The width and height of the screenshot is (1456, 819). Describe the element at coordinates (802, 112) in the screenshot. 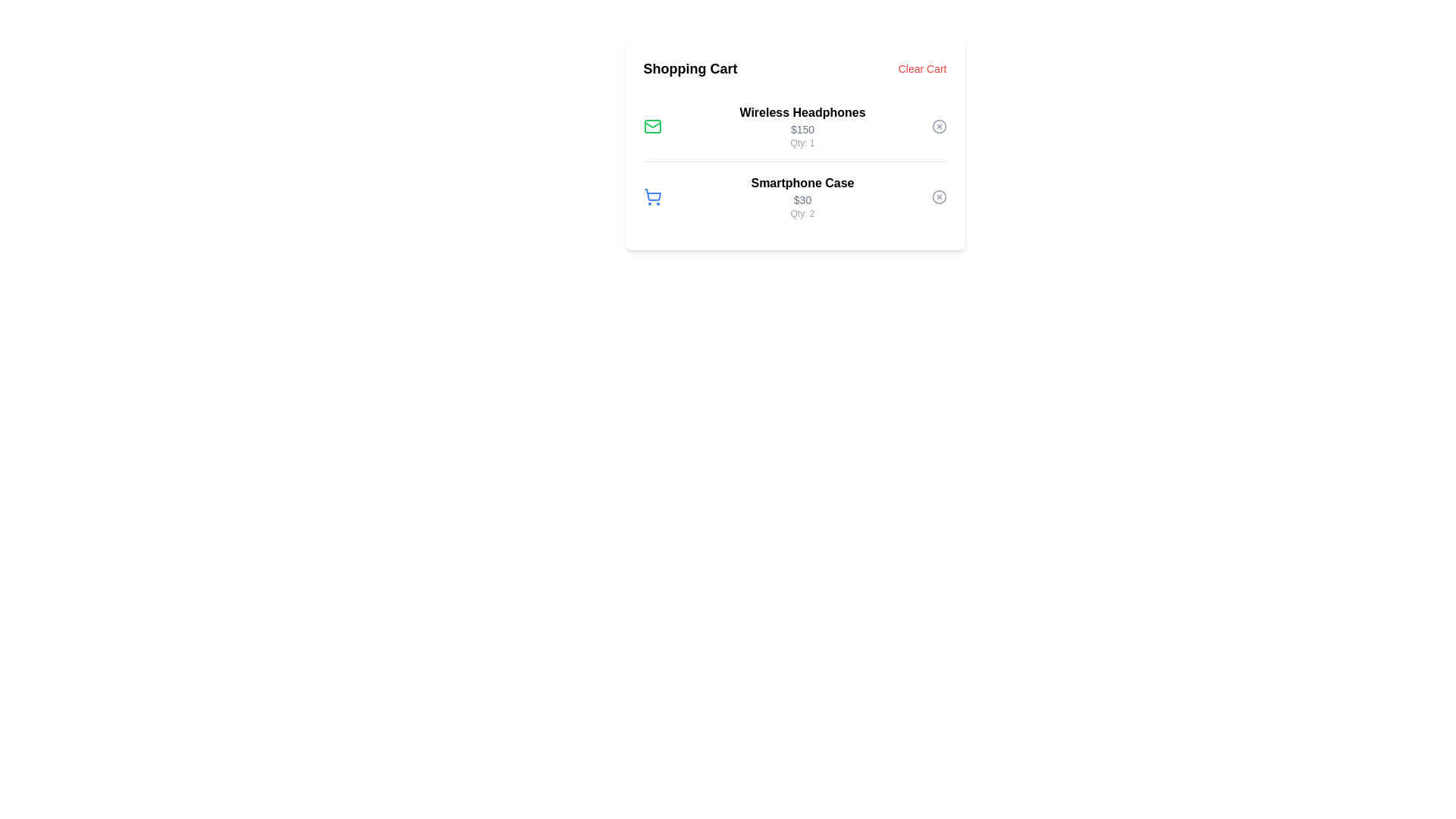

I see `bolded static text label displaying 'Wireless Headphones', which is the primary text component of the first listed cart item in the shopping cart interface` at that location.